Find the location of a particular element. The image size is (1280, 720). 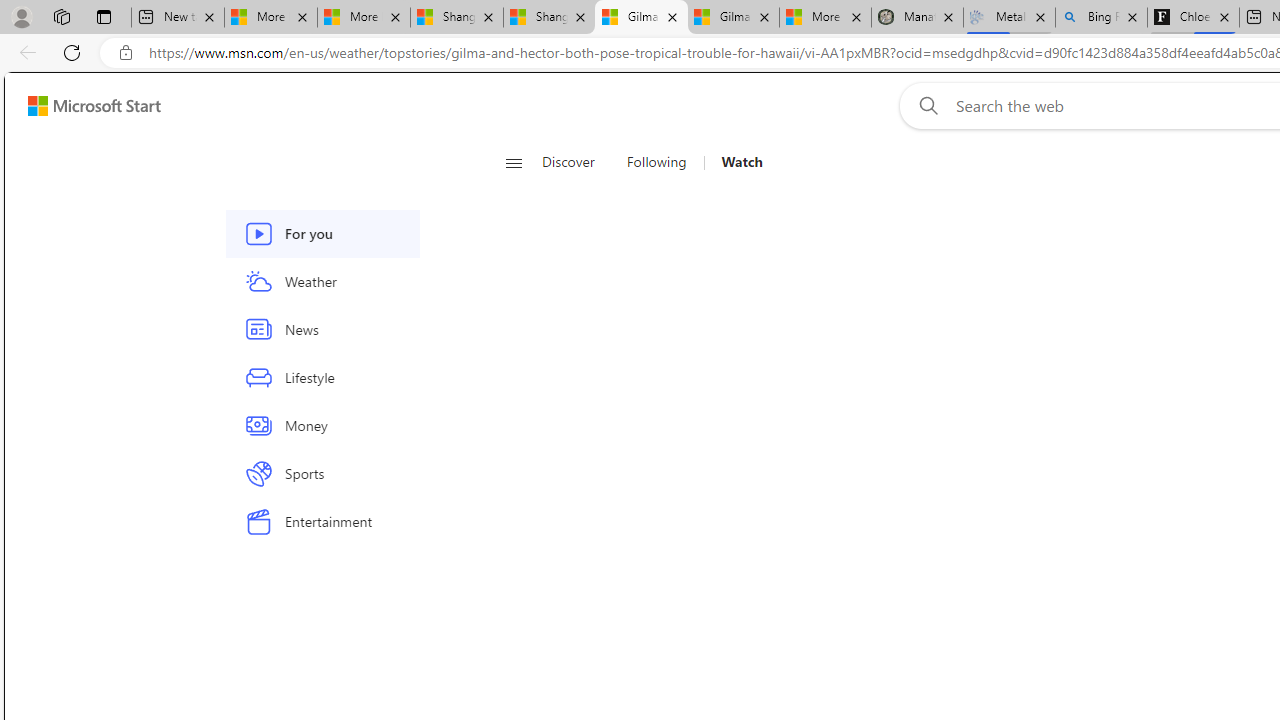

'Watch' is located at coordinates (733, 162).